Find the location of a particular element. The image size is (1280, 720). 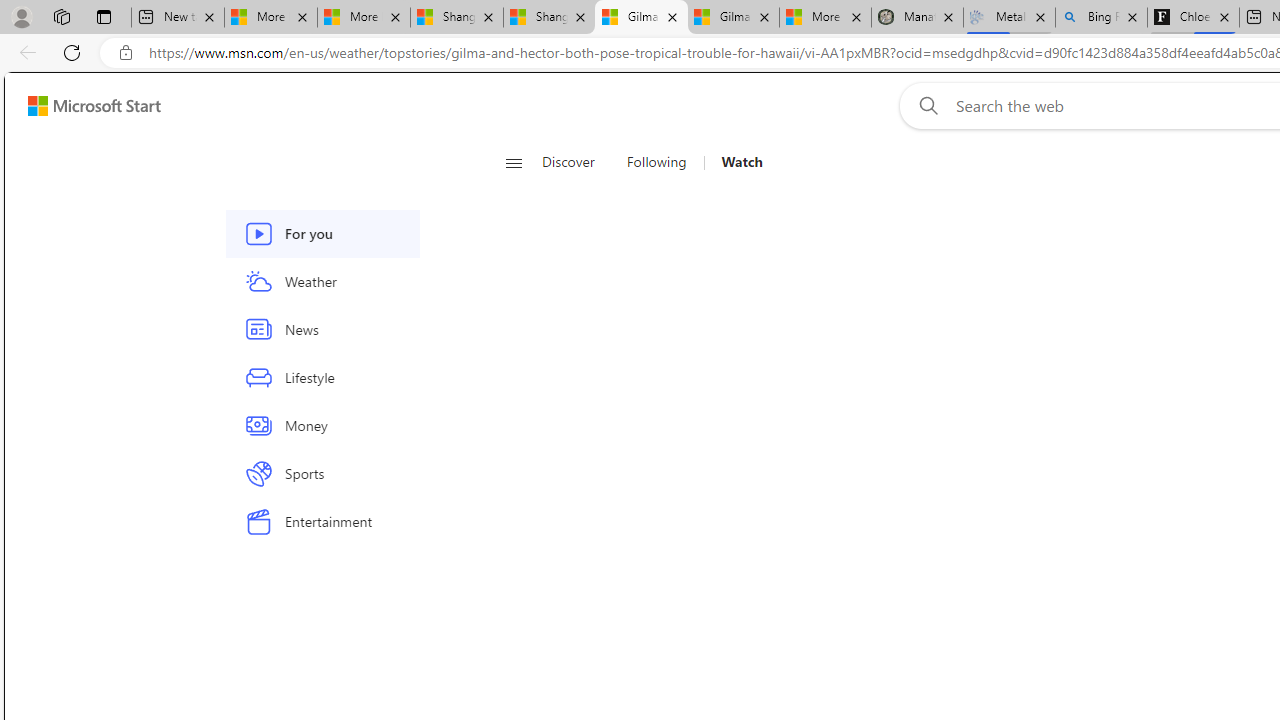

'Watch' is located at coordinates (733, 162).